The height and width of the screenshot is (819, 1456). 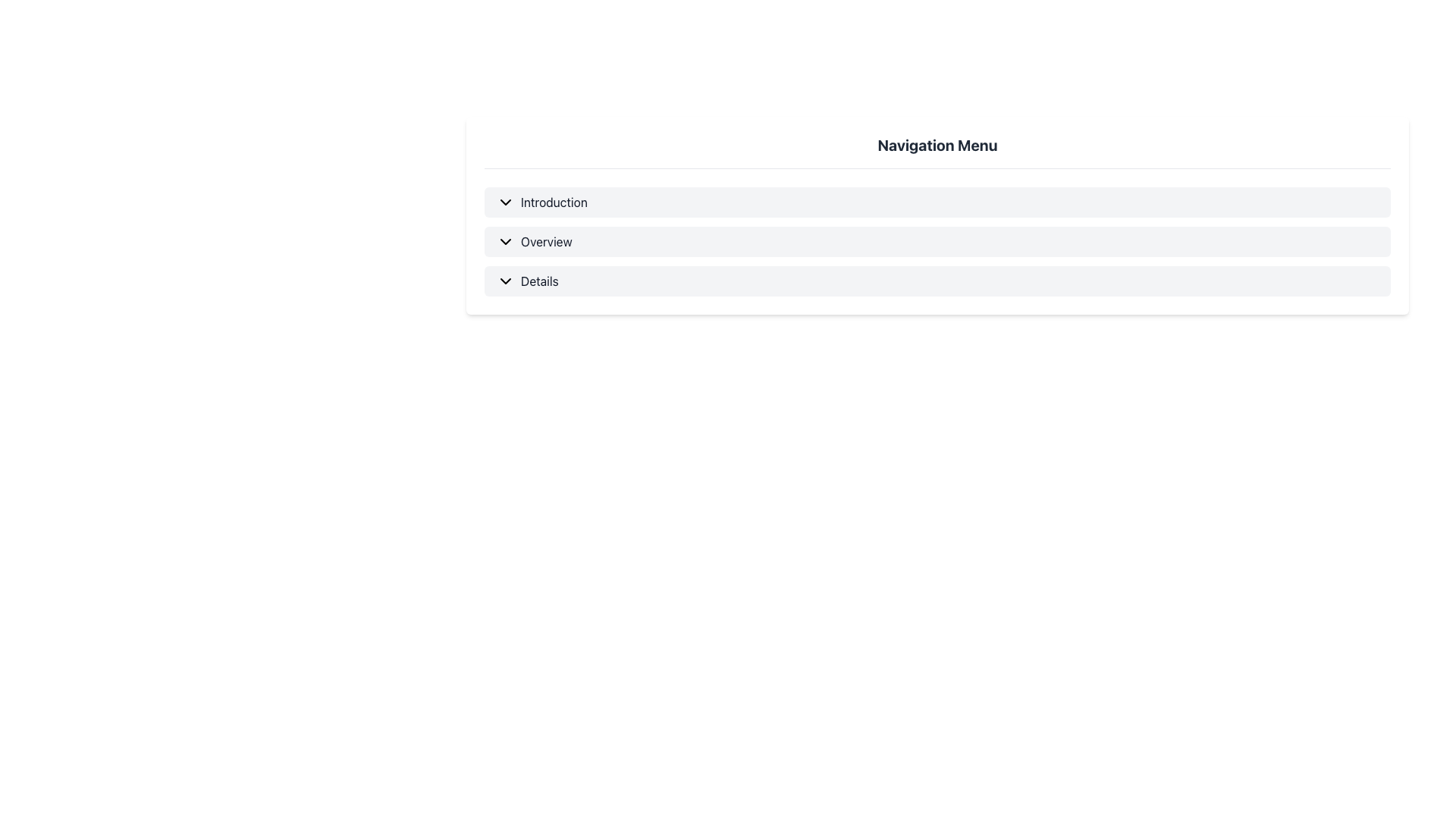 What do you see at coordinates (506, 241) in the screenshot?
I see `the IconButton located to the left of the 'Overview' text label` at bounding box center [506, 241].